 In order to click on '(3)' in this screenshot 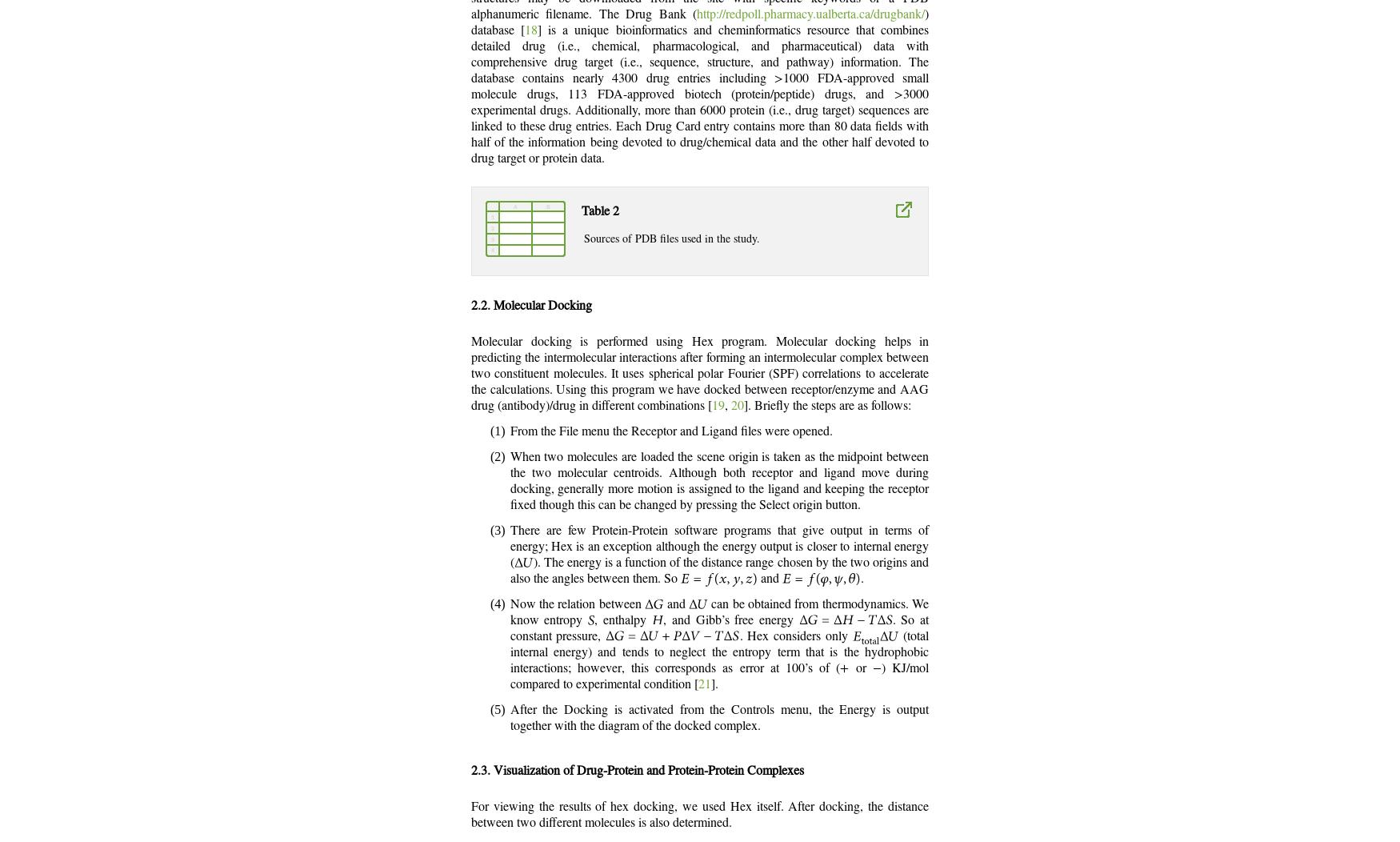, I will do `click(497, 529)`.